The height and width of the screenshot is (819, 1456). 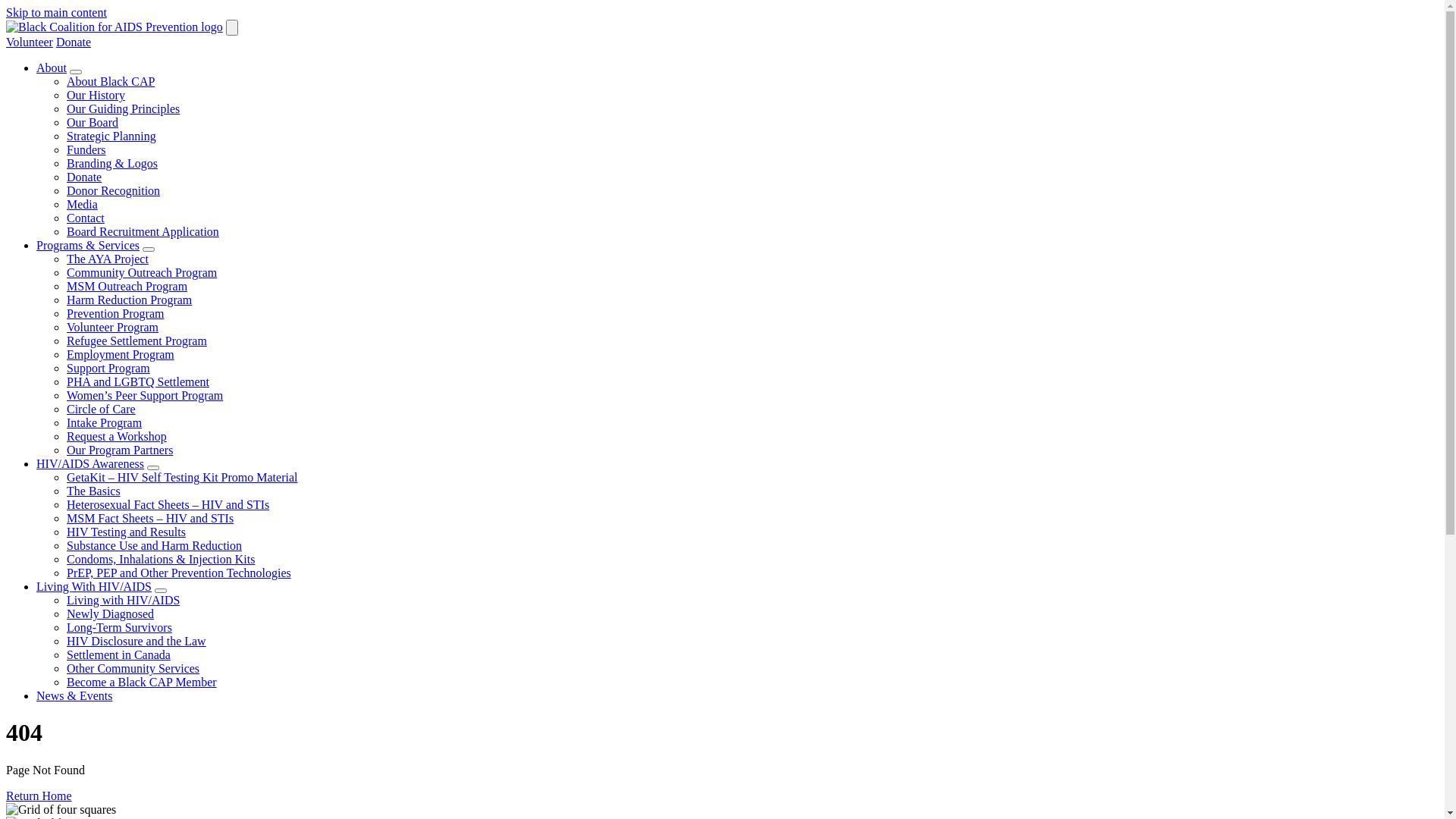 I want to click on 'Our Guiding Principles', so click(x=123, y=108).